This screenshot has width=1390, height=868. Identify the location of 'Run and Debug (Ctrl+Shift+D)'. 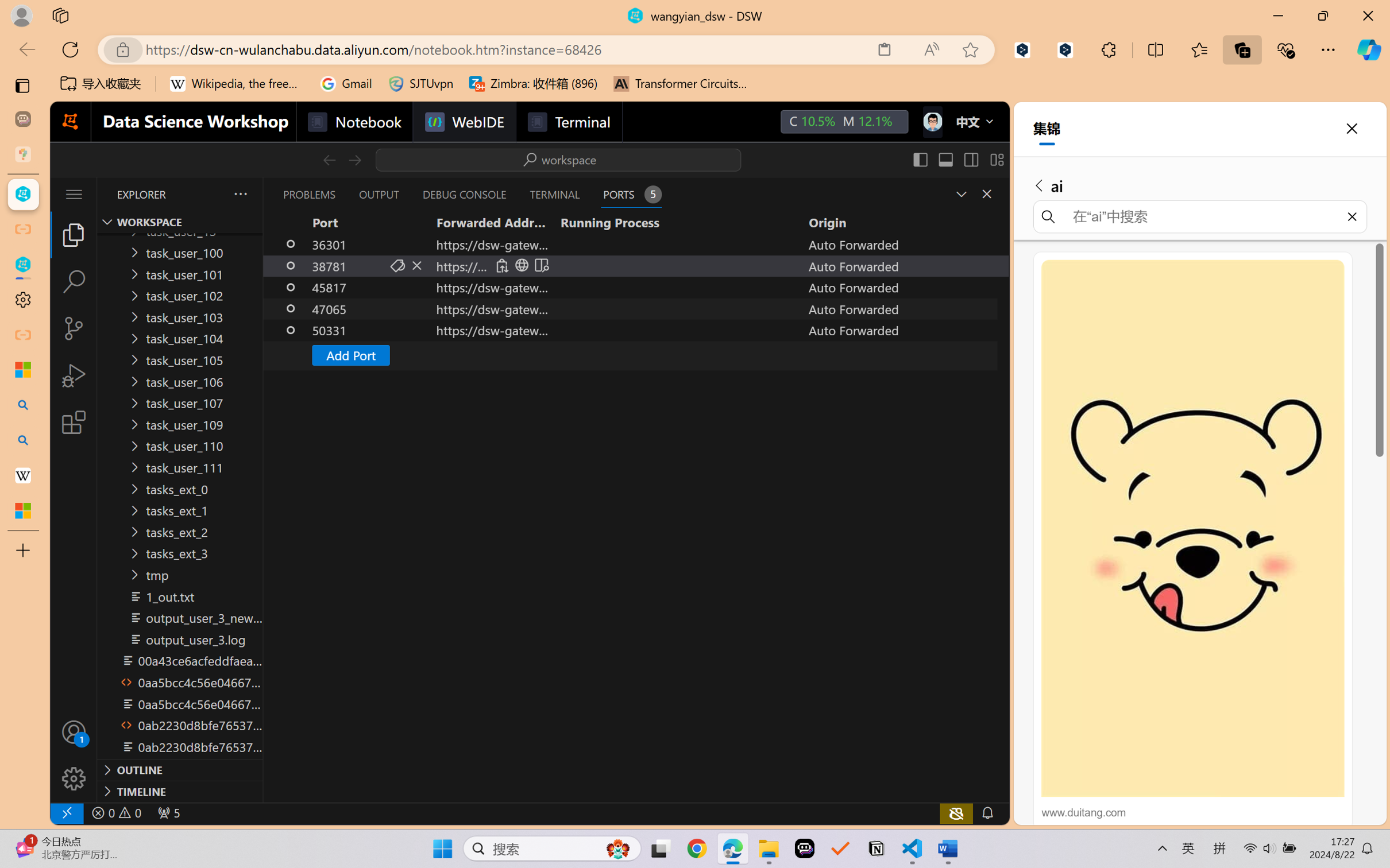
(73, 375).